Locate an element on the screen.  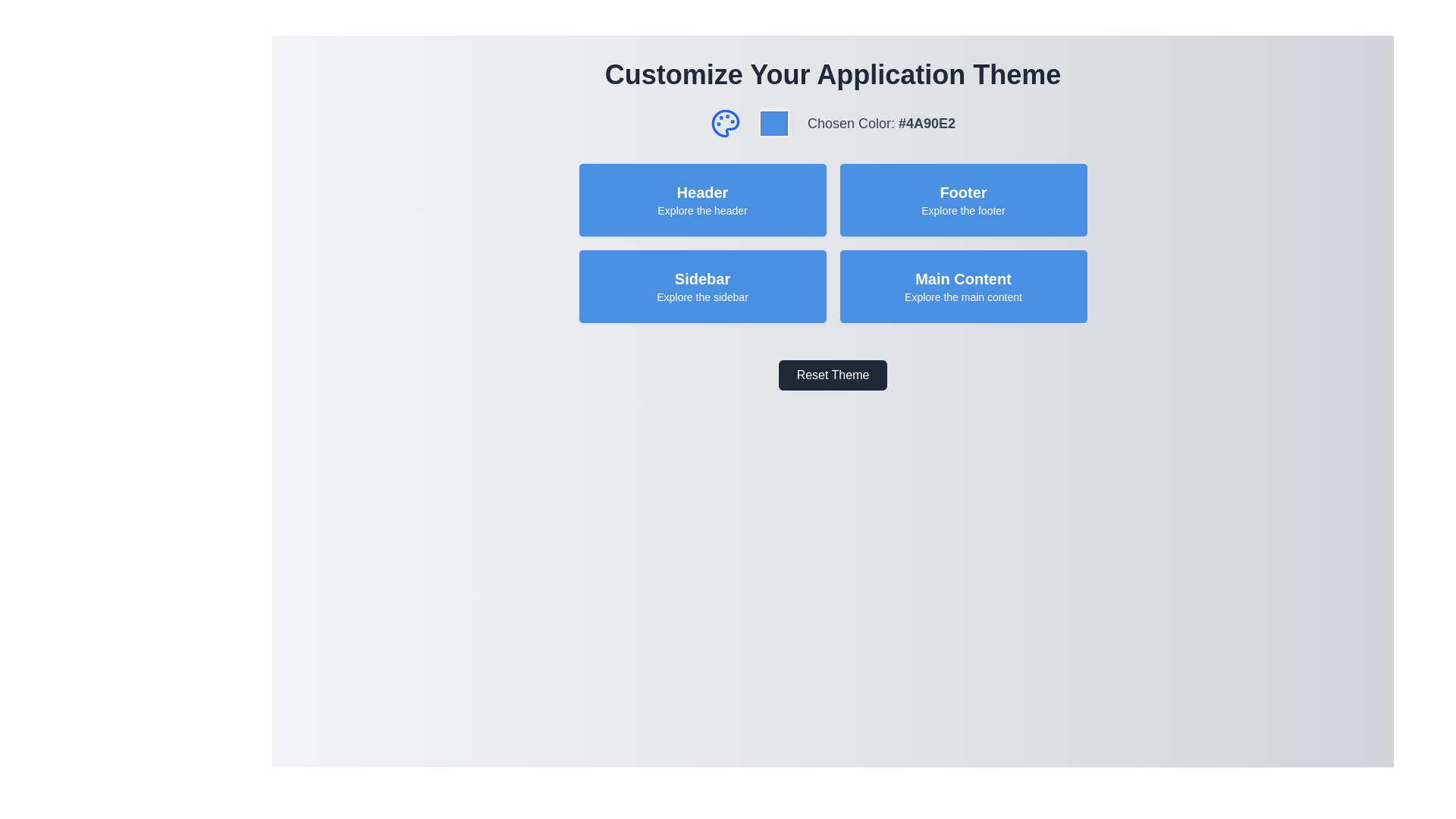
the Text Display Label showing the color code '#4A90E2', which is located to the right of the label 'Chosen Color:' in the top-right area of the interface is located at coordinates (926, 122).